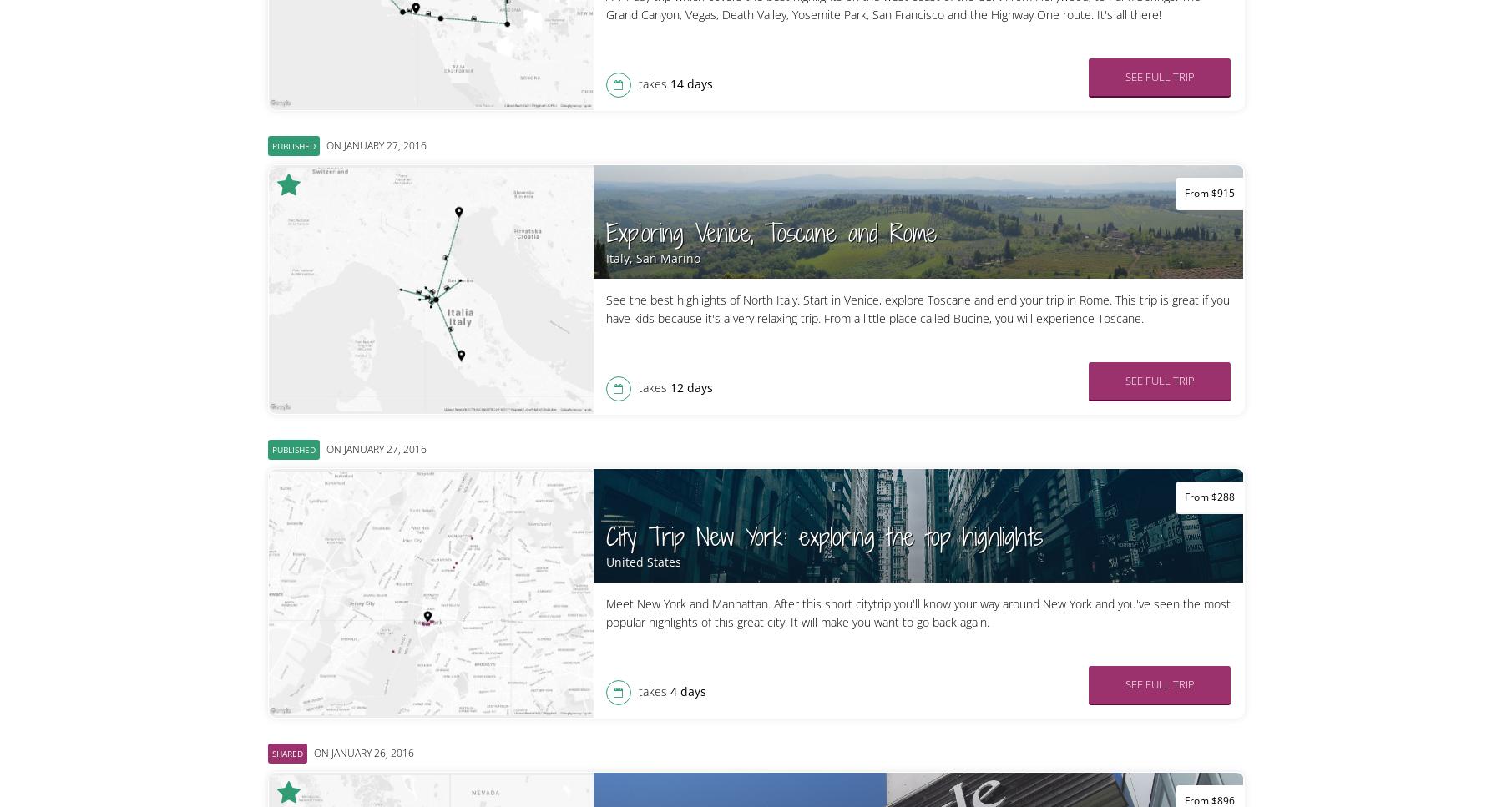 The image size is (1512, 807). Describe the element at coordinates (687, 691) in the screenshot. I see `'4 days'` at that location.